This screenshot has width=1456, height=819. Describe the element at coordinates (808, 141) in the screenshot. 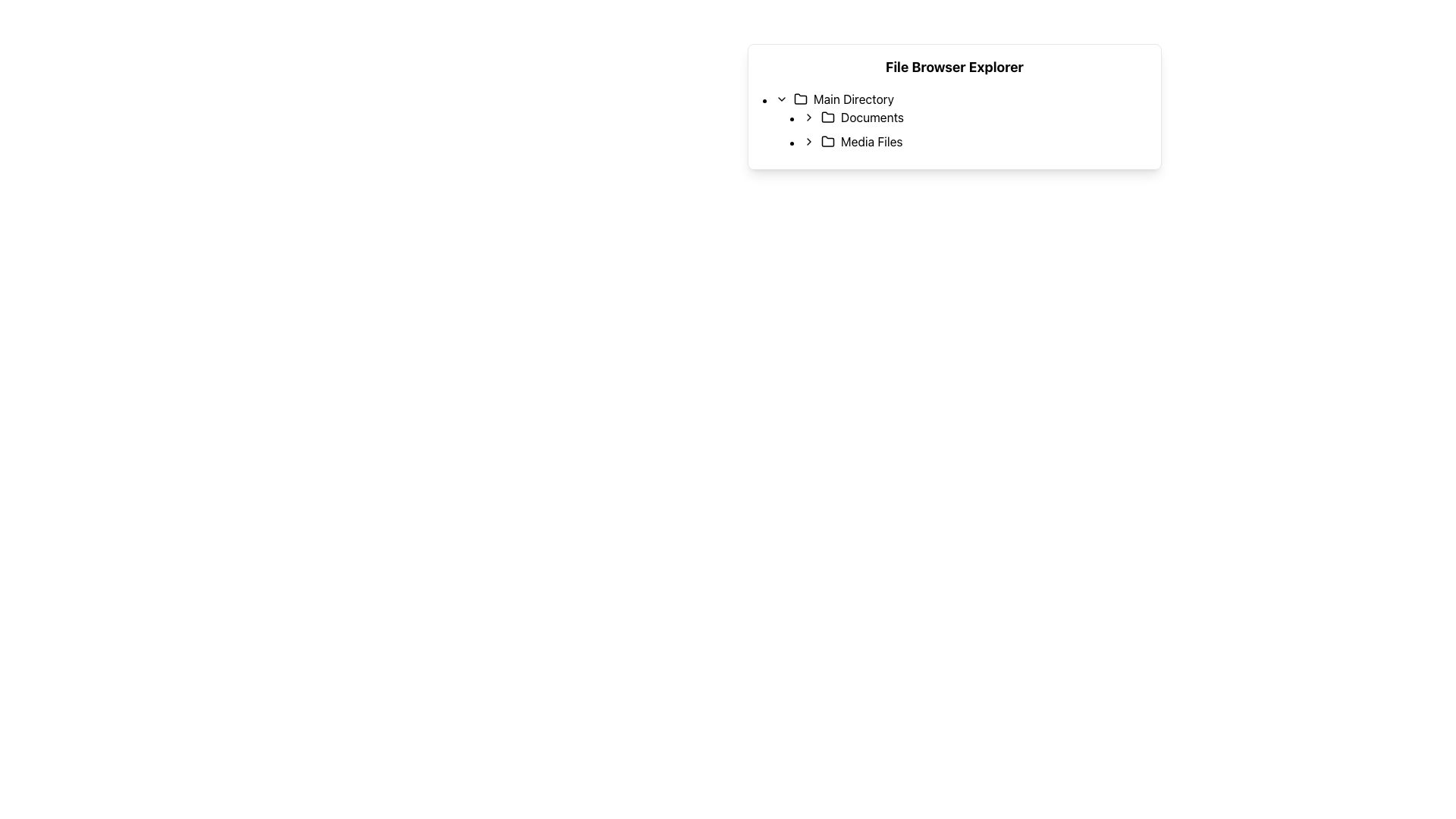

I see `the small right-pointing chevron icon located to the left of the 'Media Files' label` at that location.